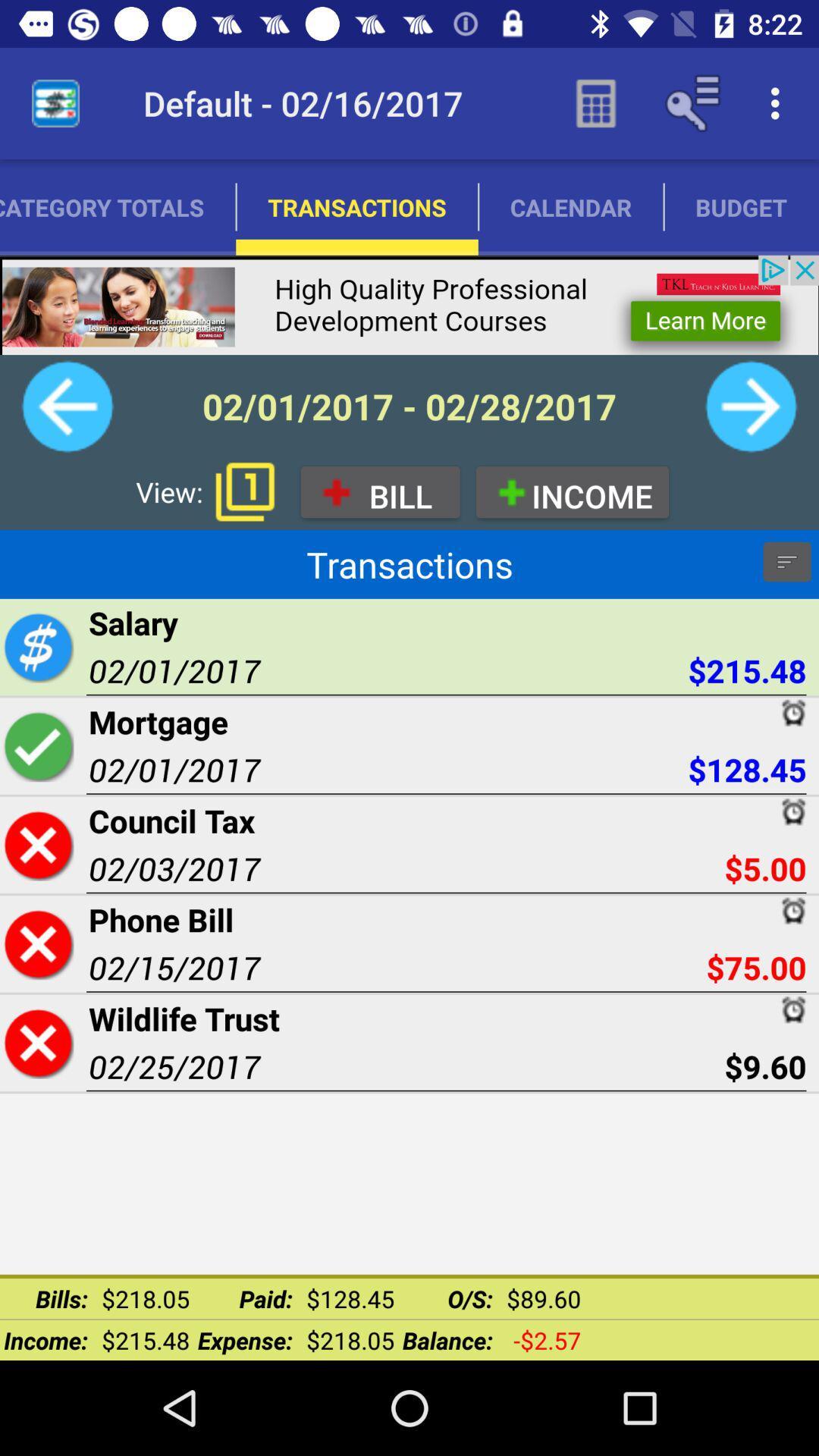  Describe the element at coordinates (786, 560) in the screenshot. I see `information` at that location.